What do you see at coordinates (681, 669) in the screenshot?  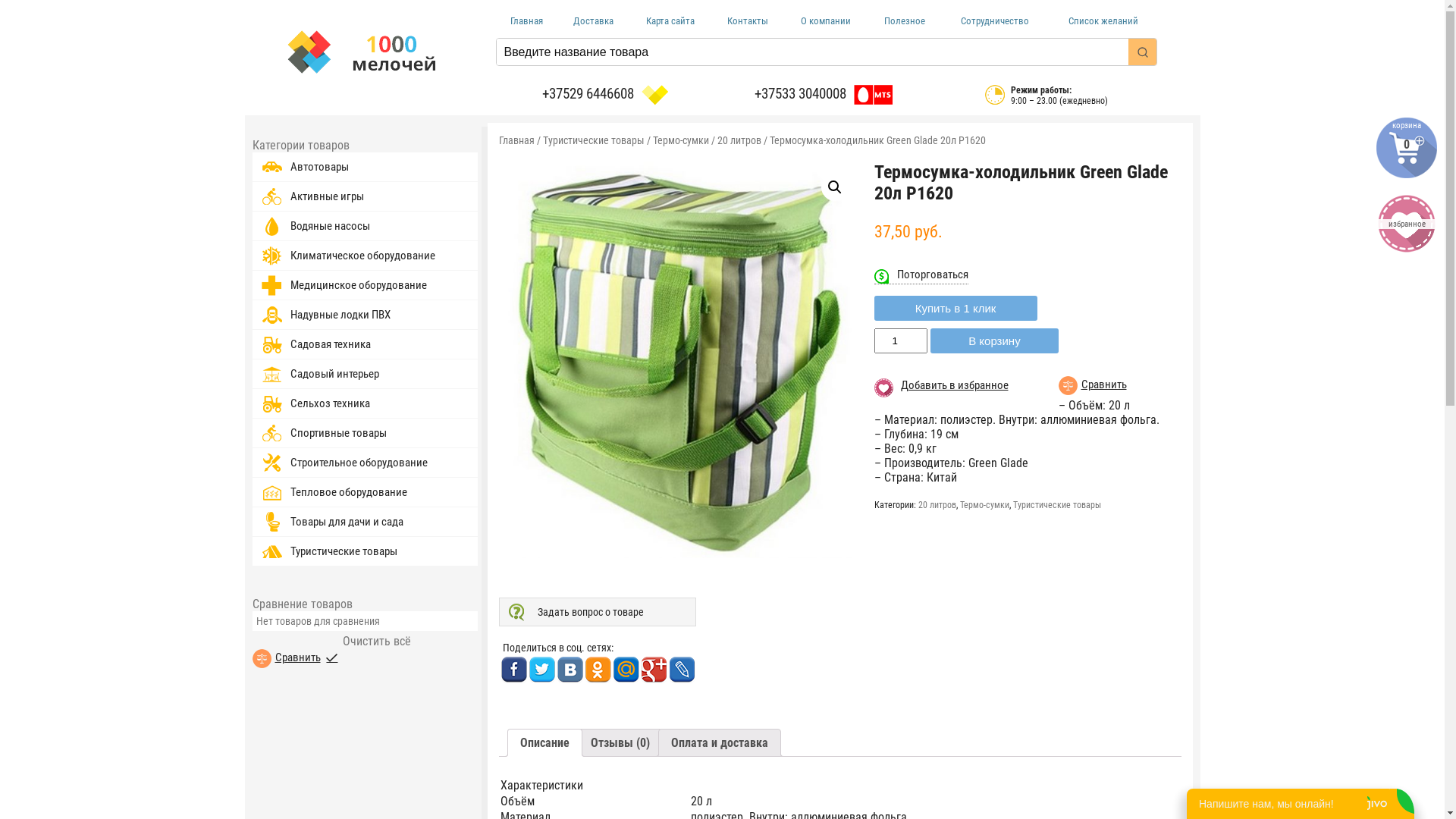 I see `'Livejournal'` at bounding box center [681, 669].